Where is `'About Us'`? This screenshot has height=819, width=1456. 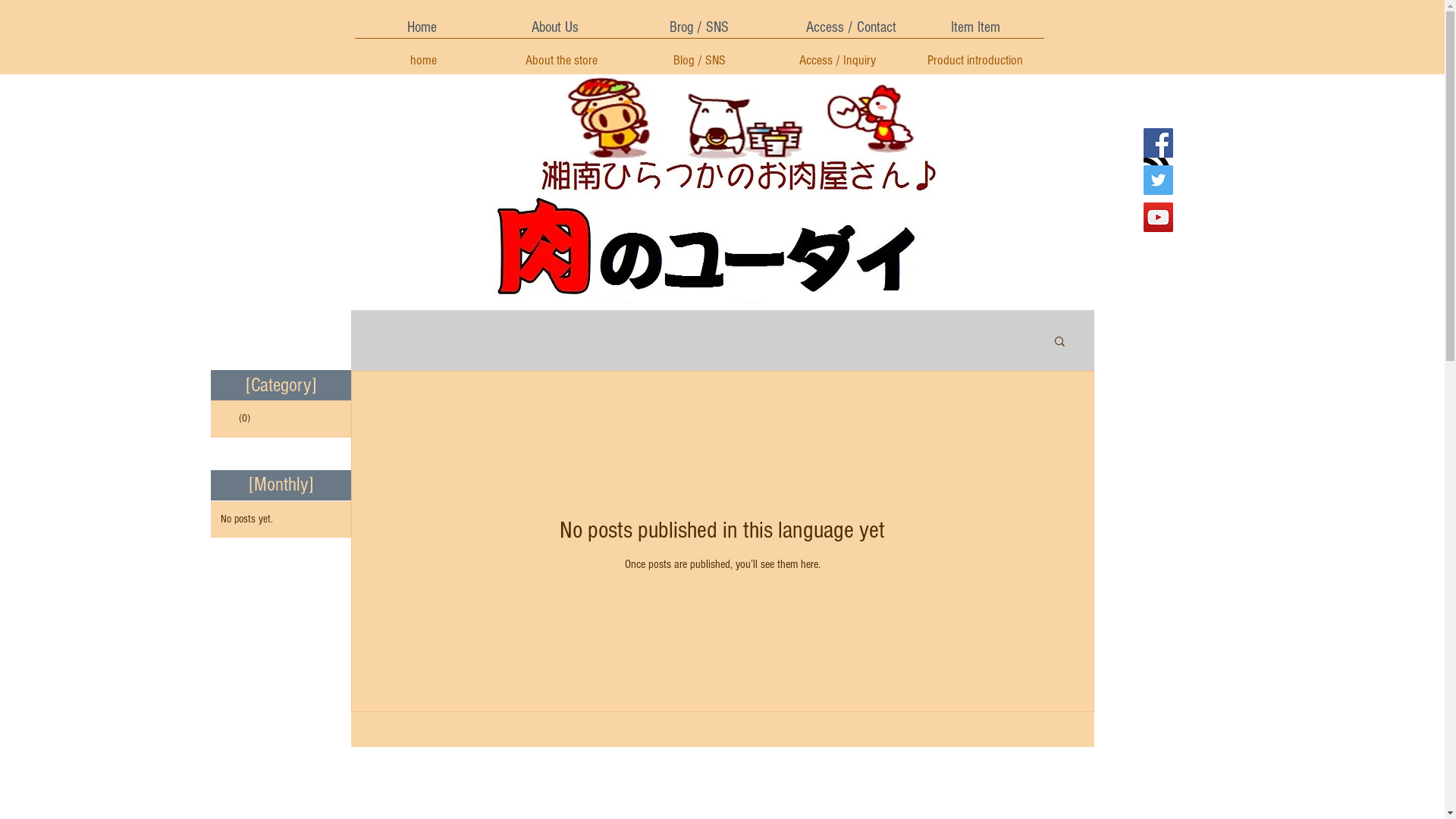 'About Us' is located at coordinates (554, 27).